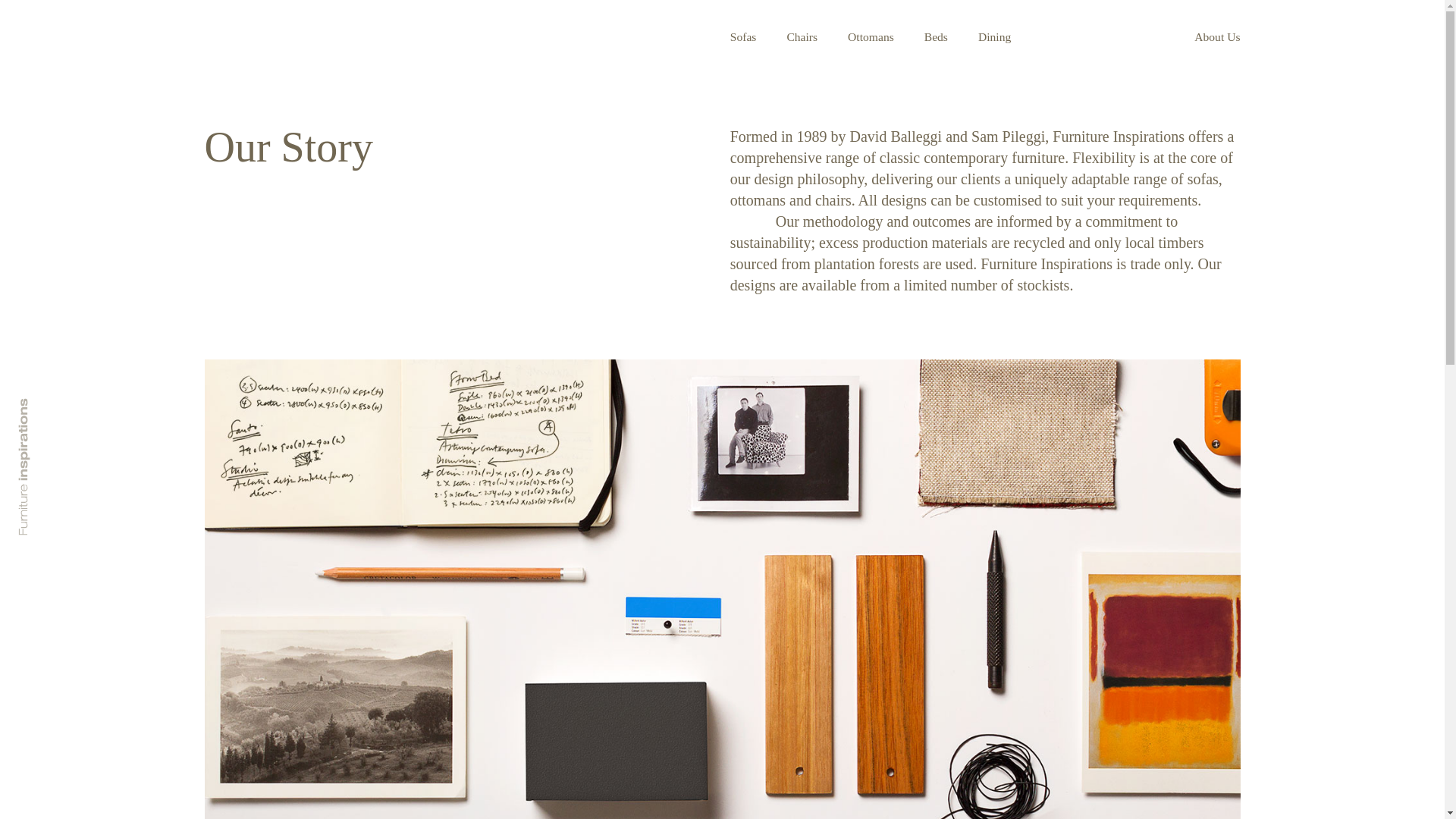 The image size is (1456, 819). I want to click on 'Sofas', so click(730, 36).